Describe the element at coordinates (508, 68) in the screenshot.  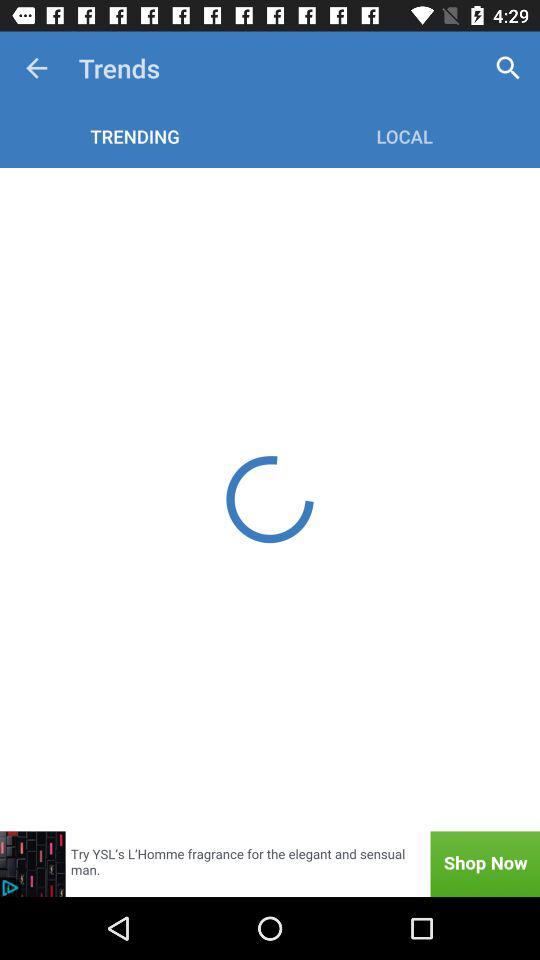
I see `the item to the right of trends item` at that location.